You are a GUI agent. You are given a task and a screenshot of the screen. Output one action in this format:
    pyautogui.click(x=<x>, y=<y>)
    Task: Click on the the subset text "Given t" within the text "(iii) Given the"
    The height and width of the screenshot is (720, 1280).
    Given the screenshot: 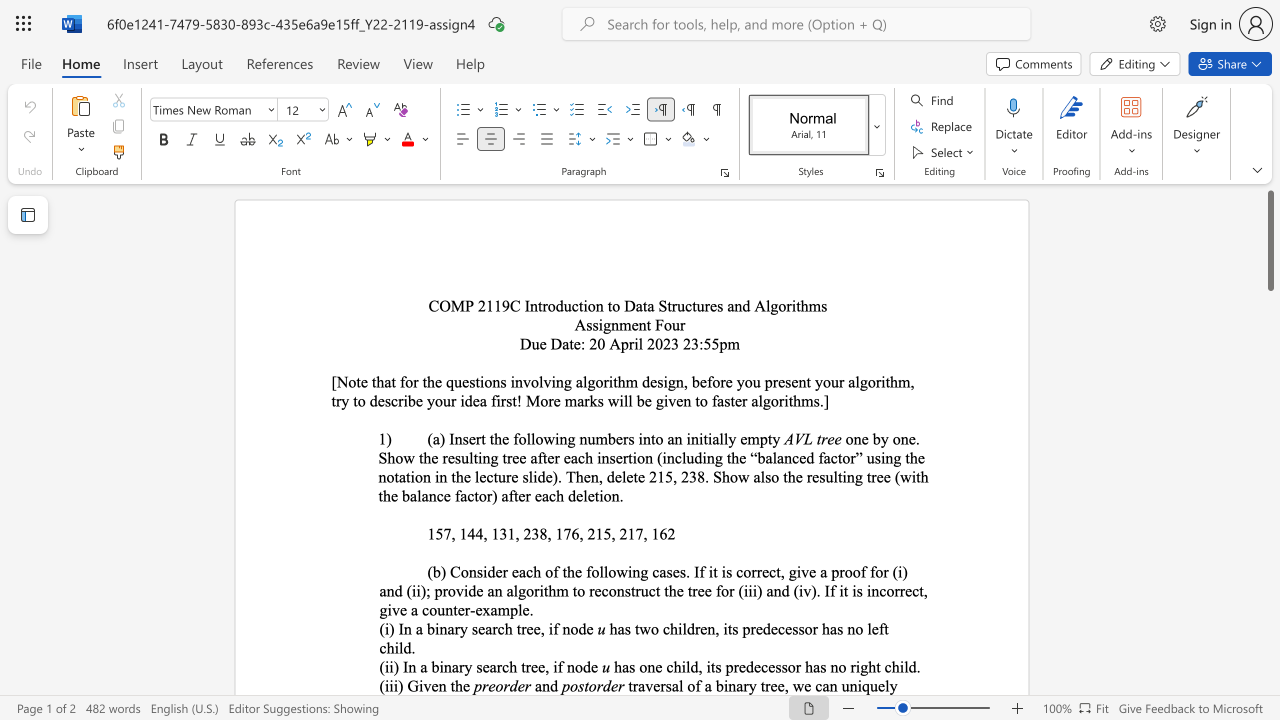 What is the action you would take?
    pyautogui.click(x=406, y=685)
    